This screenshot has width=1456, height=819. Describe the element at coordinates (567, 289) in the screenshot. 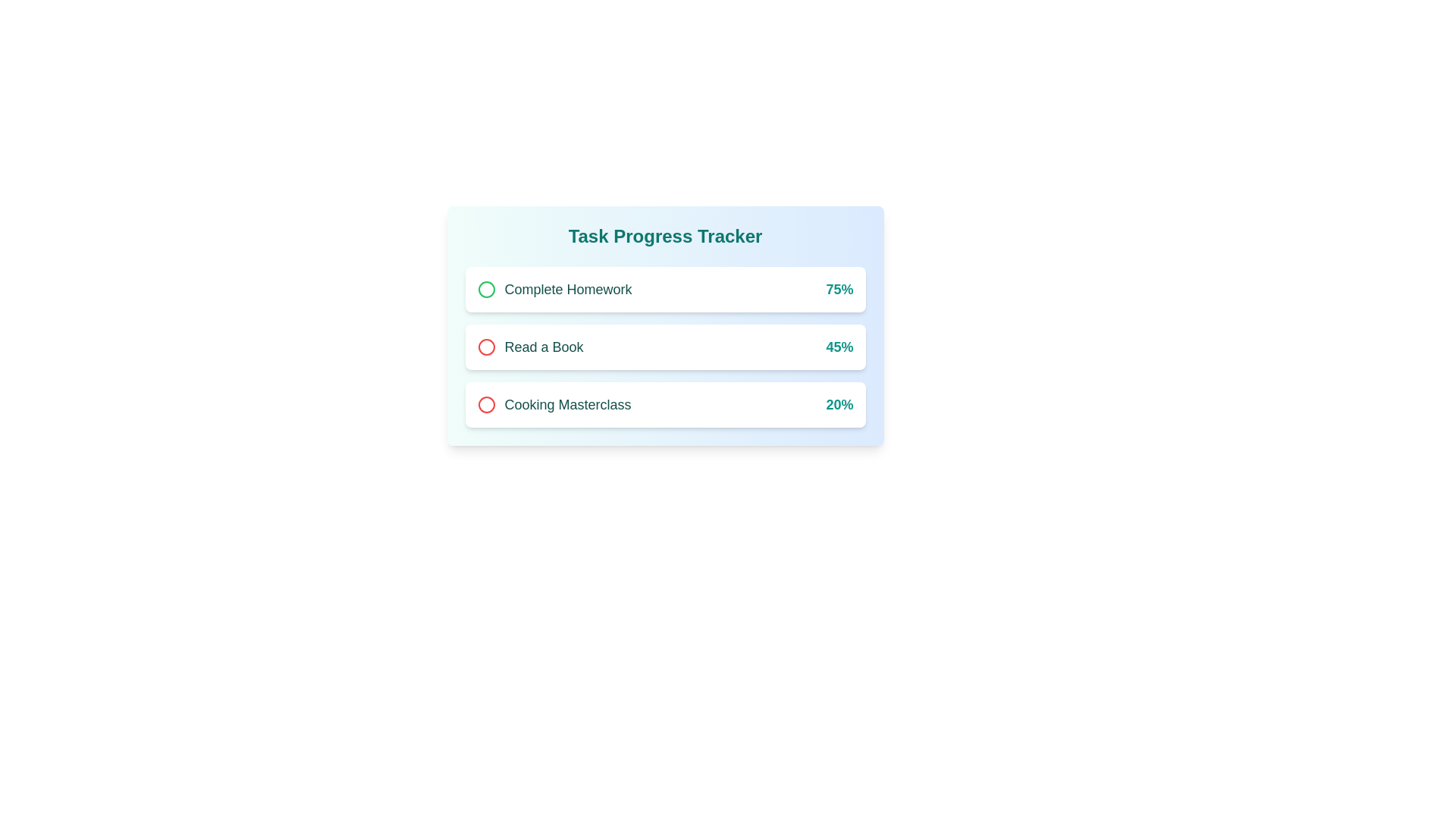

I see `the task name text label, which is the first item in a vertical list within a light blue card, located to the right of a green circular icon and to the left of a percentage indicator, to interact with surrounding elements in the interface` at that location.